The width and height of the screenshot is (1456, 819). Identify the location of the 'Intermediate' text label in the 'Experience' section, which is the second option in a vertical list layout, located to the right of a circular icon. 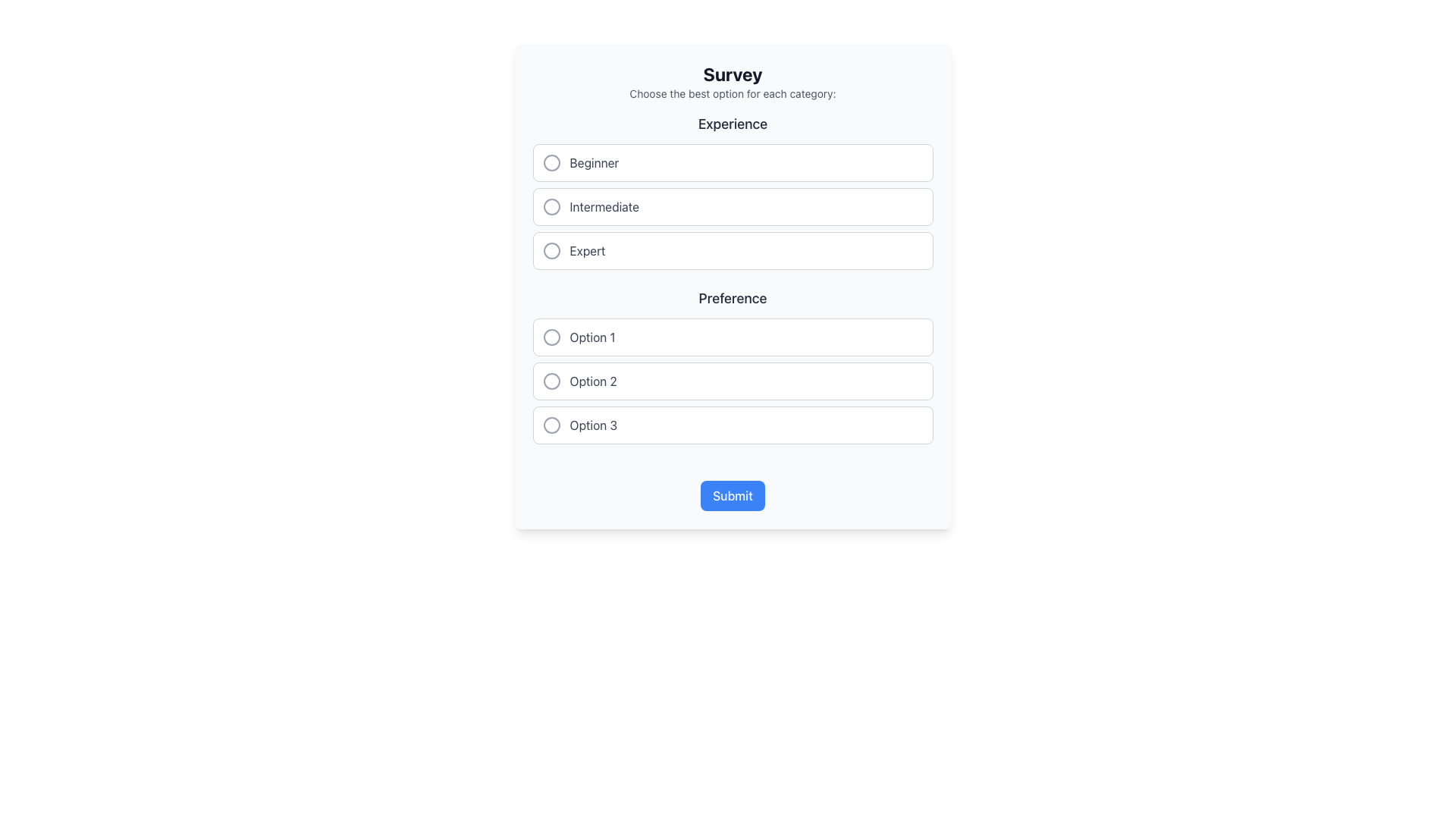
(604, 207).